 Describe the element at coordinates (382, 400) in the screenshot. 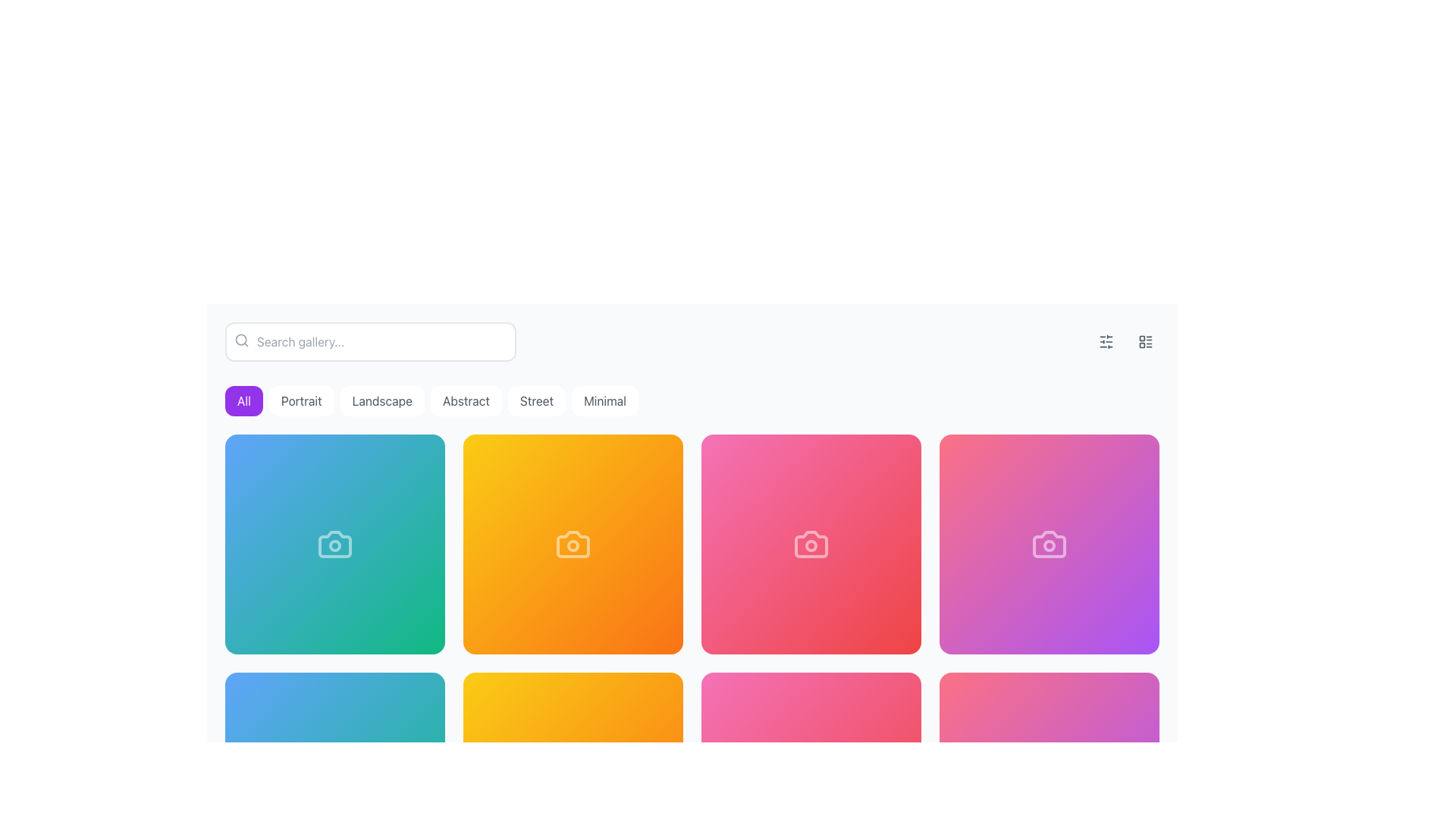

I see `the 'Landscape' button, which is the third button in a horizontal set of six buttons` at that location.